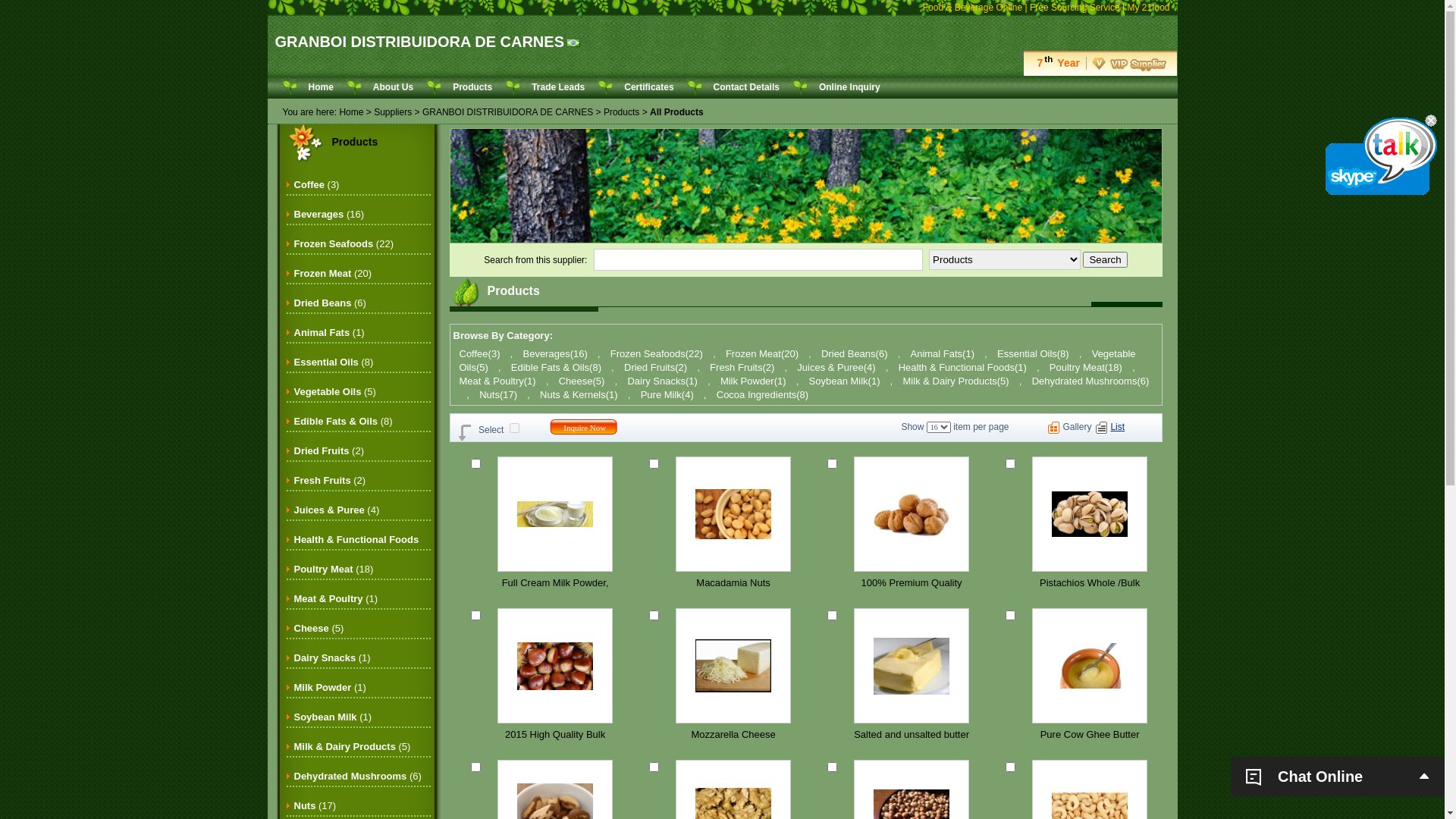  Describe the element at coordinates (1082, 259) in the screenshot. I see `'Search'` at that location.